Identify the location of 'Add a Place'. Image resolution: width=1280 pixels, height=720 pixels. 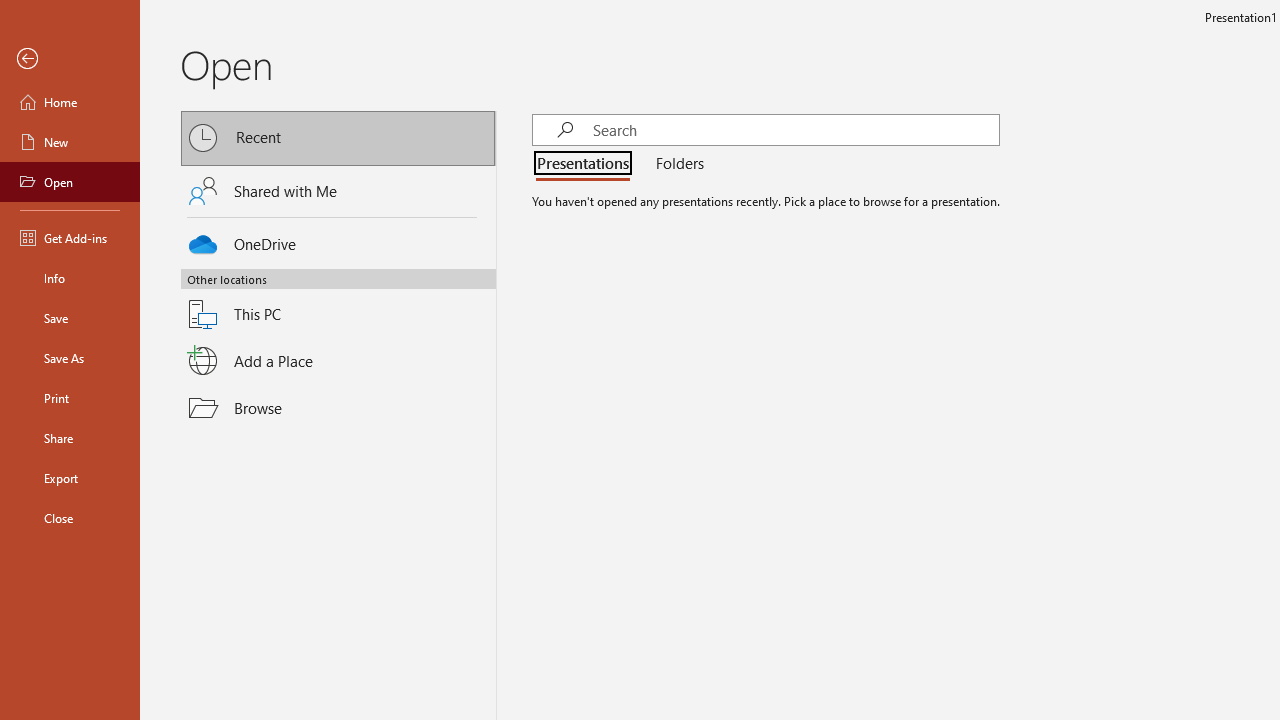
(338, 361).